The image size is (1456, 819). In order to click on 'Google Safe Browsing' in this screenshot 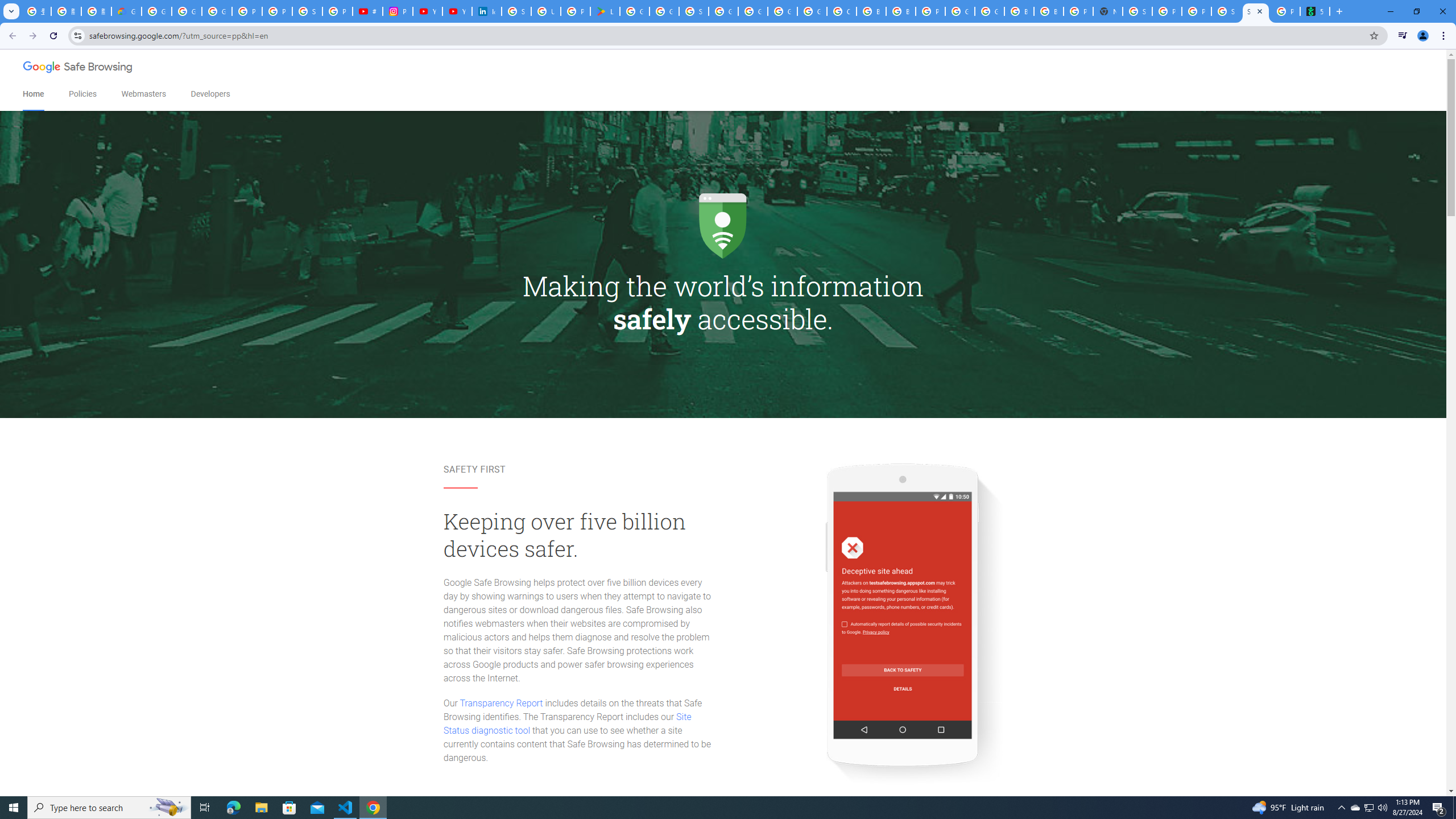, I will do `click(78, 68)`.